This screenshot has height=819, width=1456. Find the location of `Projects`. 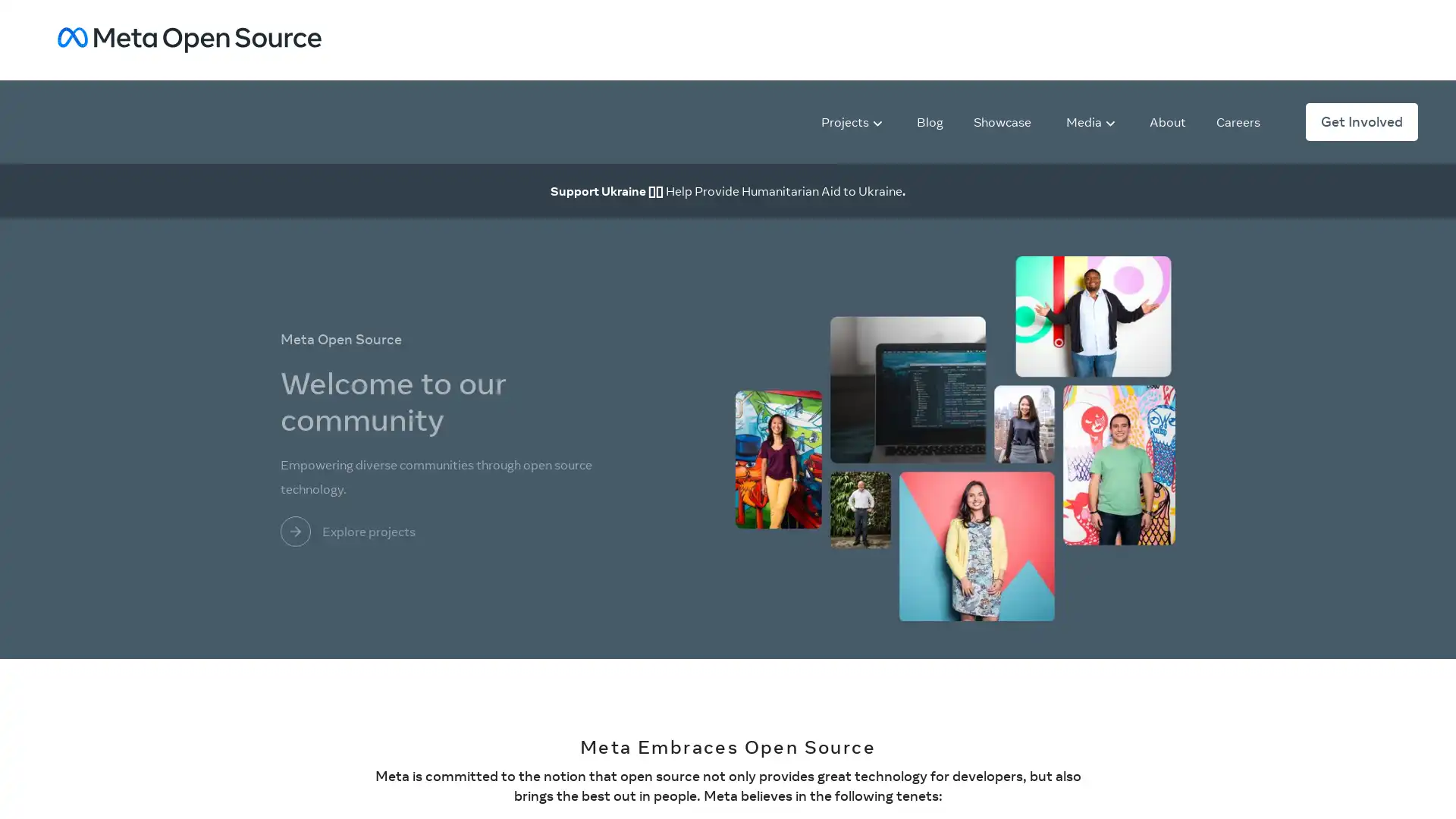

Projects is located at coordinates (852, 120).